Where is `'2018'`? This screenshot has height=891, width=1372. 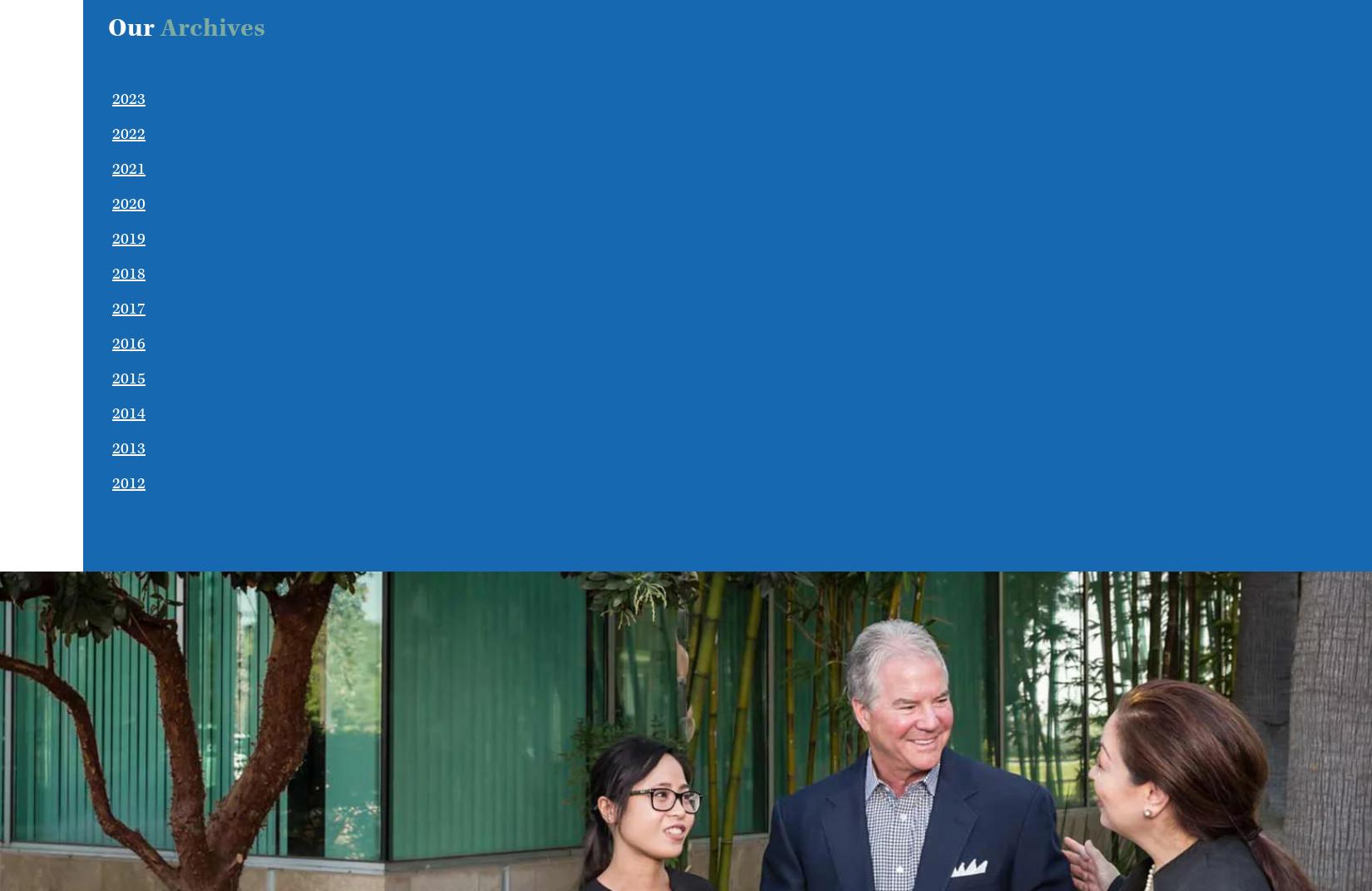 '2018' is located at coordinates (128, 273).